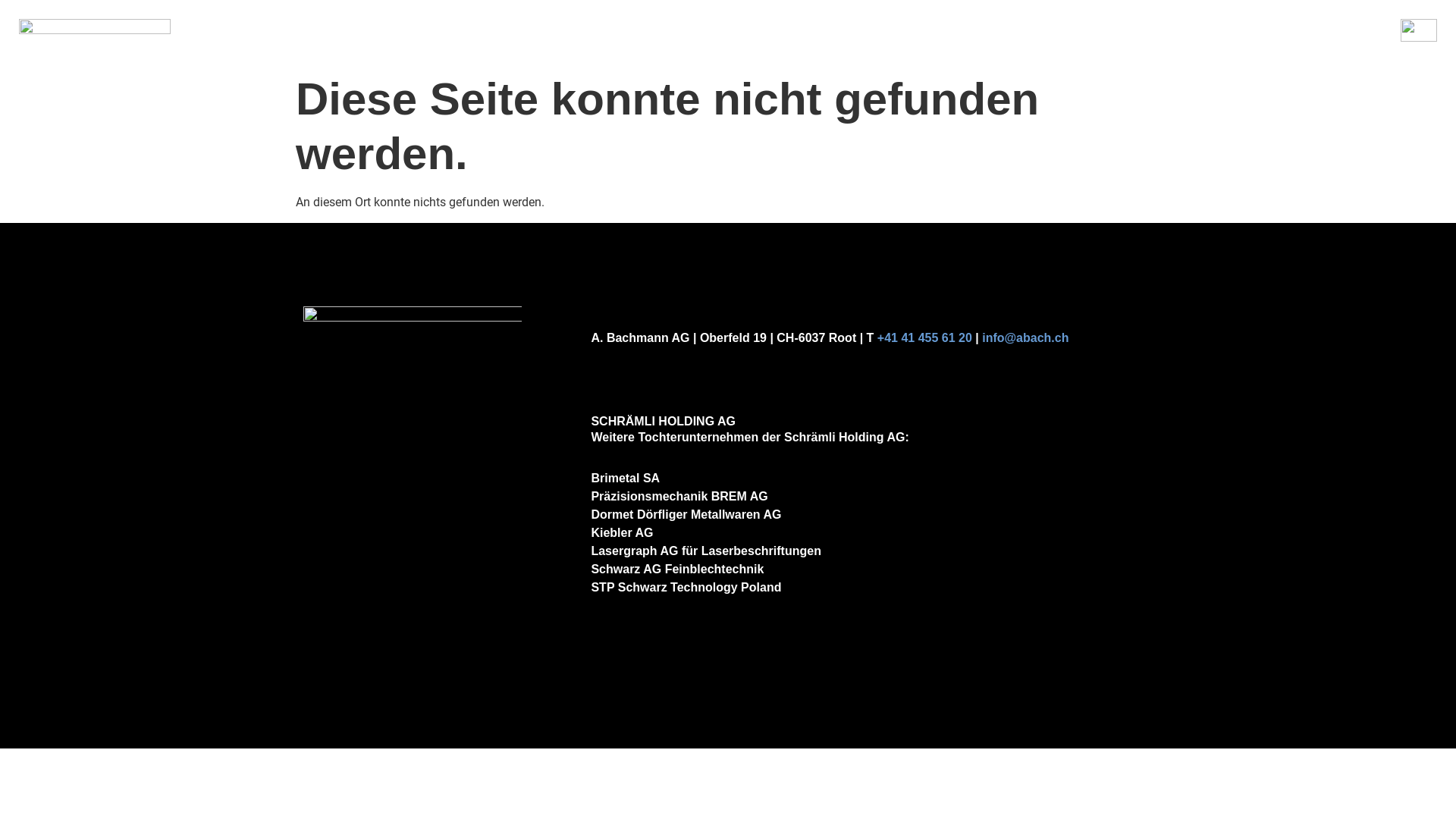 Image resolution: width=1456 pixels, height=819 pixels. Describe the element at coordinates (622, 532) in the screenshot. I see `'Kiebler AG'` at that location.